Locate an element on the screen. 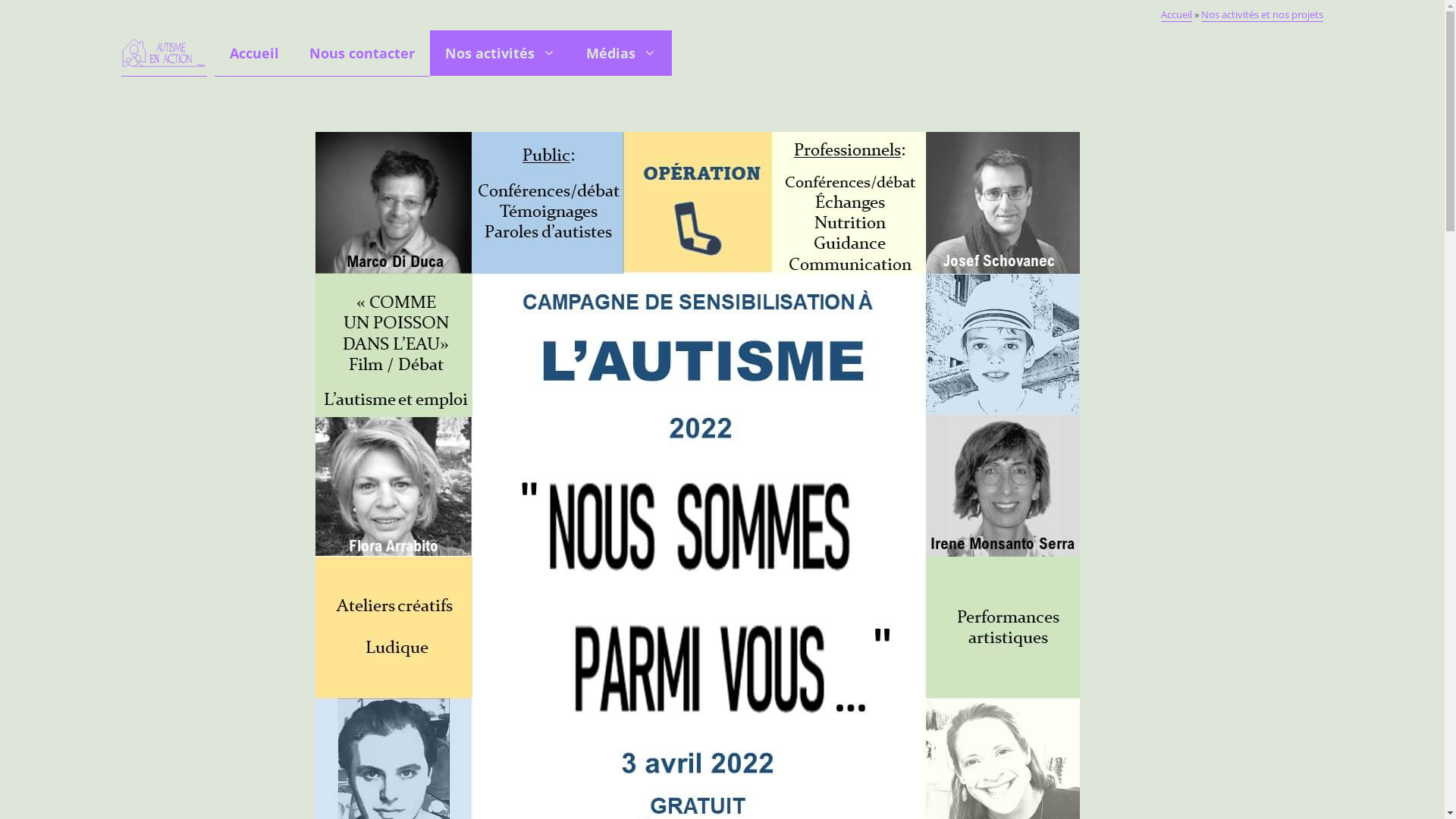 The image size is (1456, 819). 'Nous contacter' is located at coordinates (361, 52).